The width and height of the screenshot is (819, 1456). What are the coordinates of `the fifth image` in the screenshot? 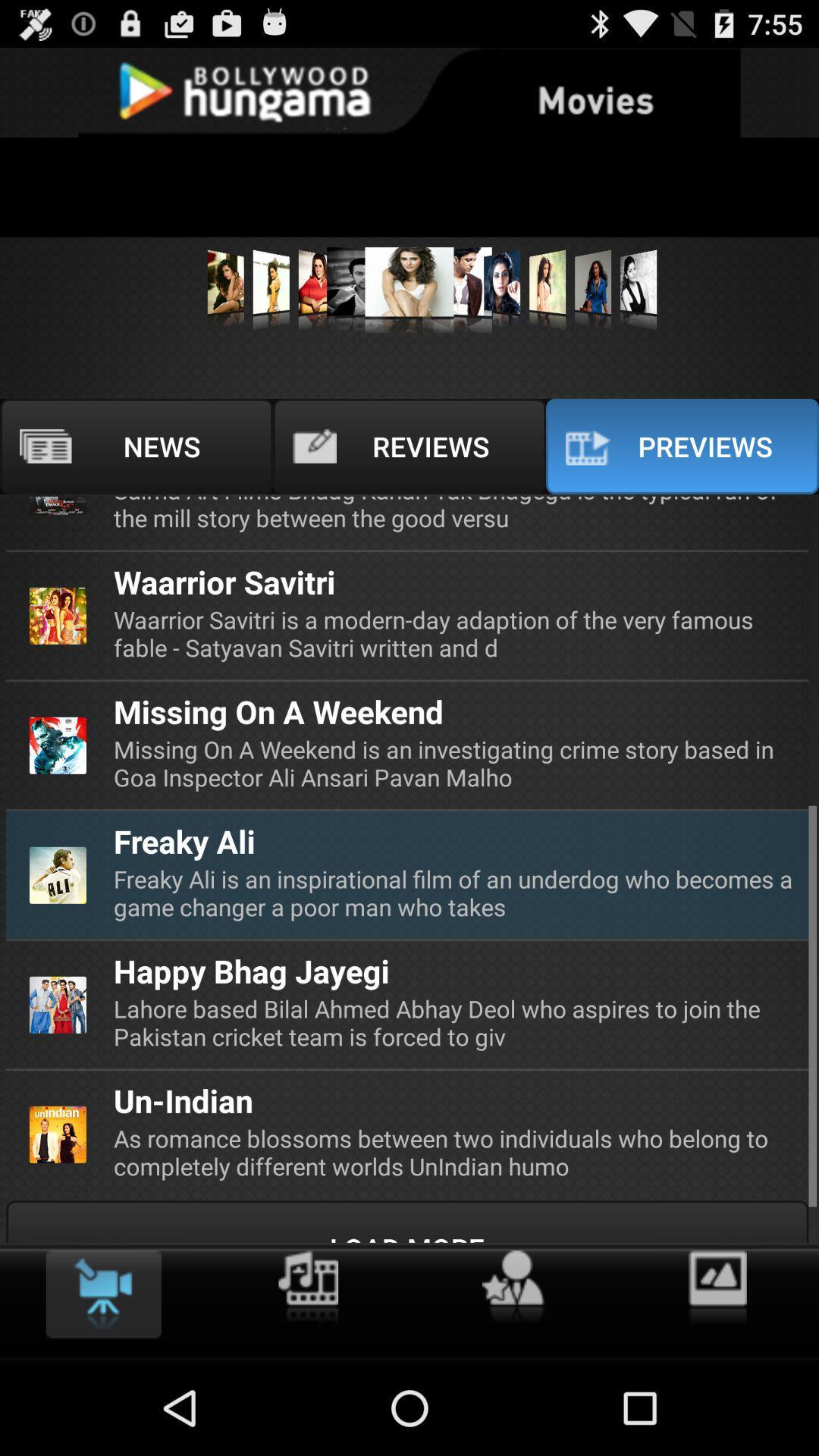 It's located at (409, 290).